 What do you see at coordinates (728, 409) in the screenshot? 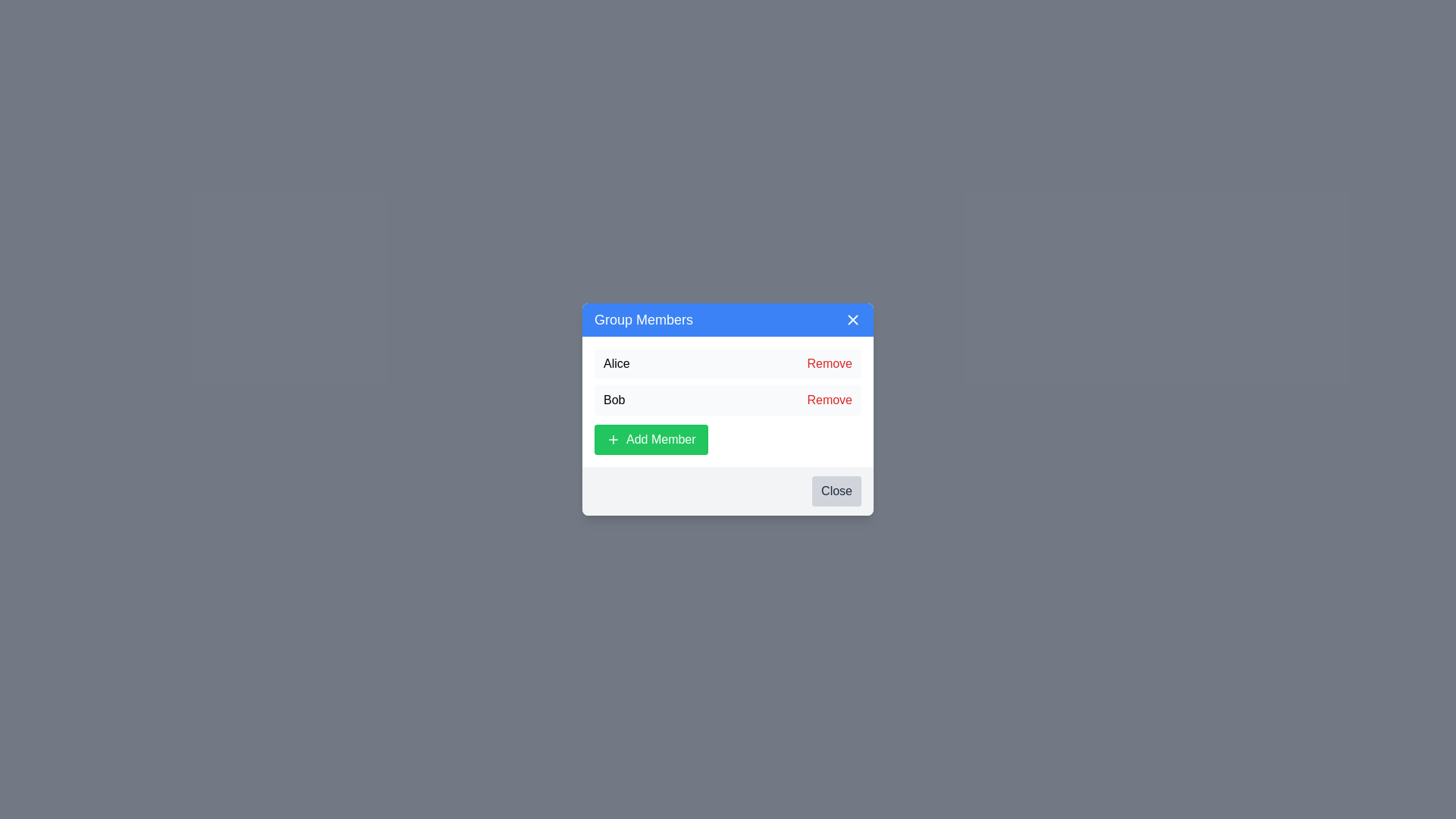
I see `the modal dialog box that displays the group member list, allowing interaction with its elements such as adding or removing members` at bounding box center [728, 409].